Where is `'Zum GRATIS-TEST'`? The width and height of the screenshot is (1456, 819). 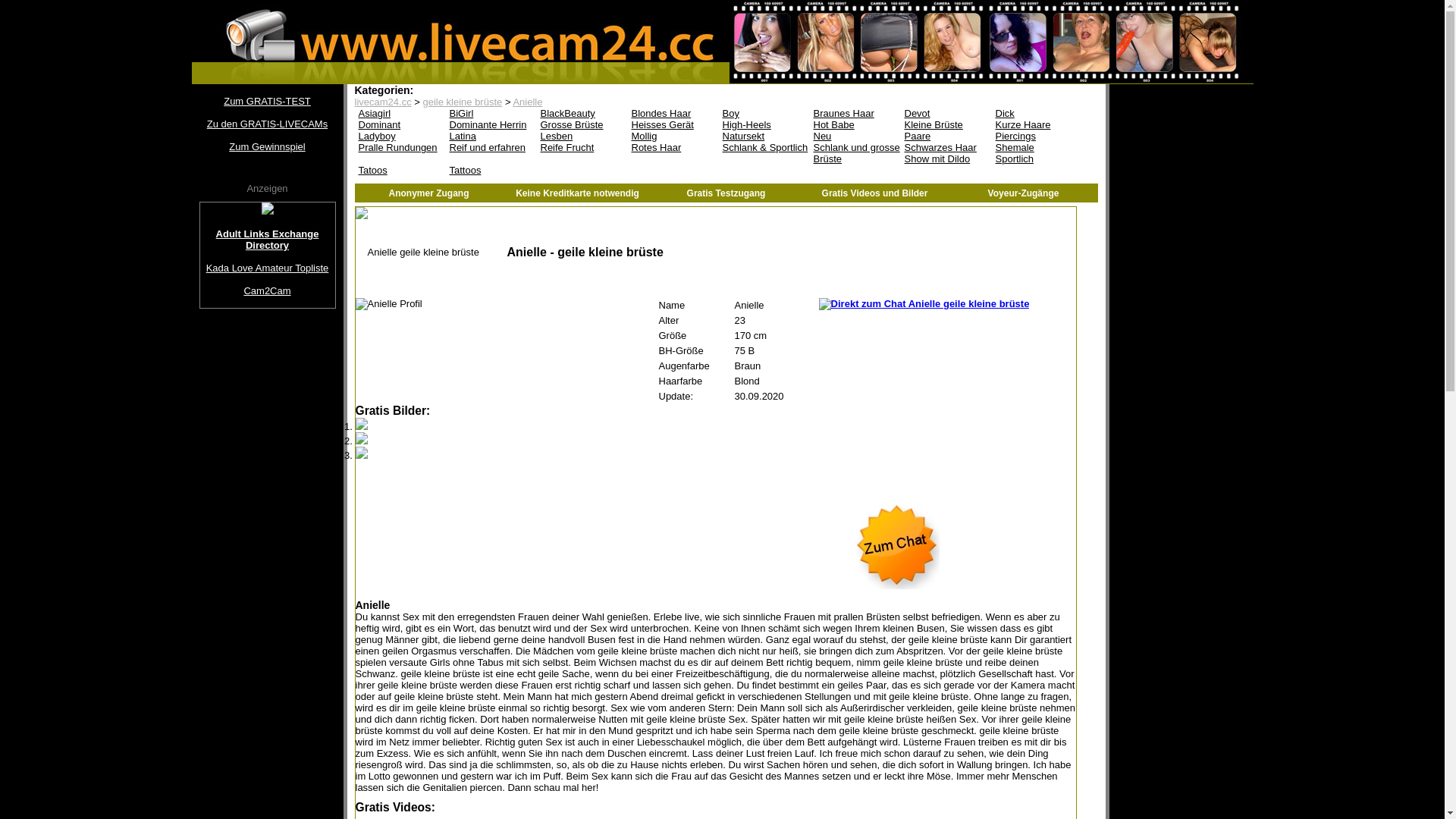
'Zum GRATIS-TEST' is located at coordinates (266, 101).